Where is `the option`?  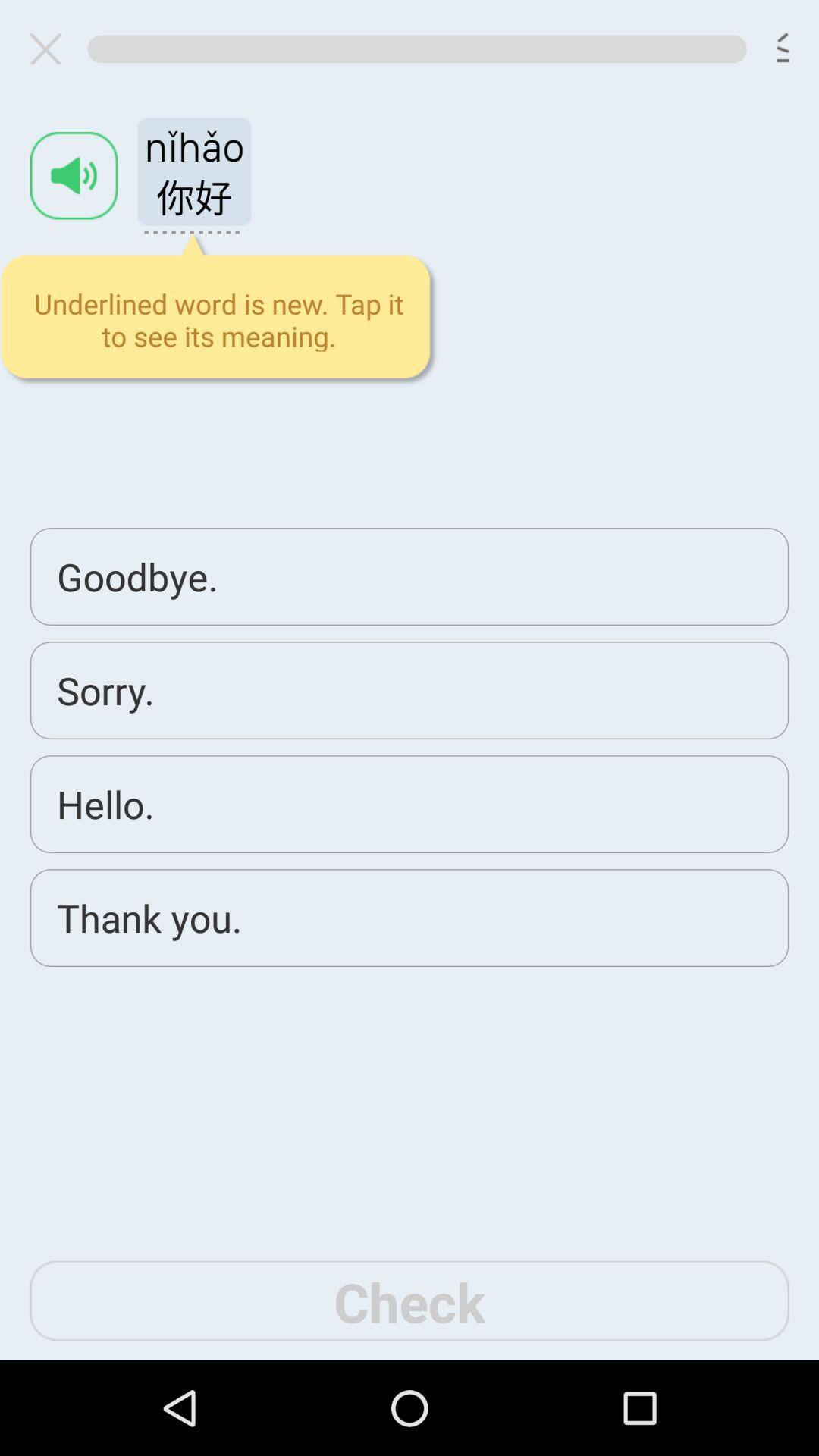
the option is located at coordinates (51, 49).